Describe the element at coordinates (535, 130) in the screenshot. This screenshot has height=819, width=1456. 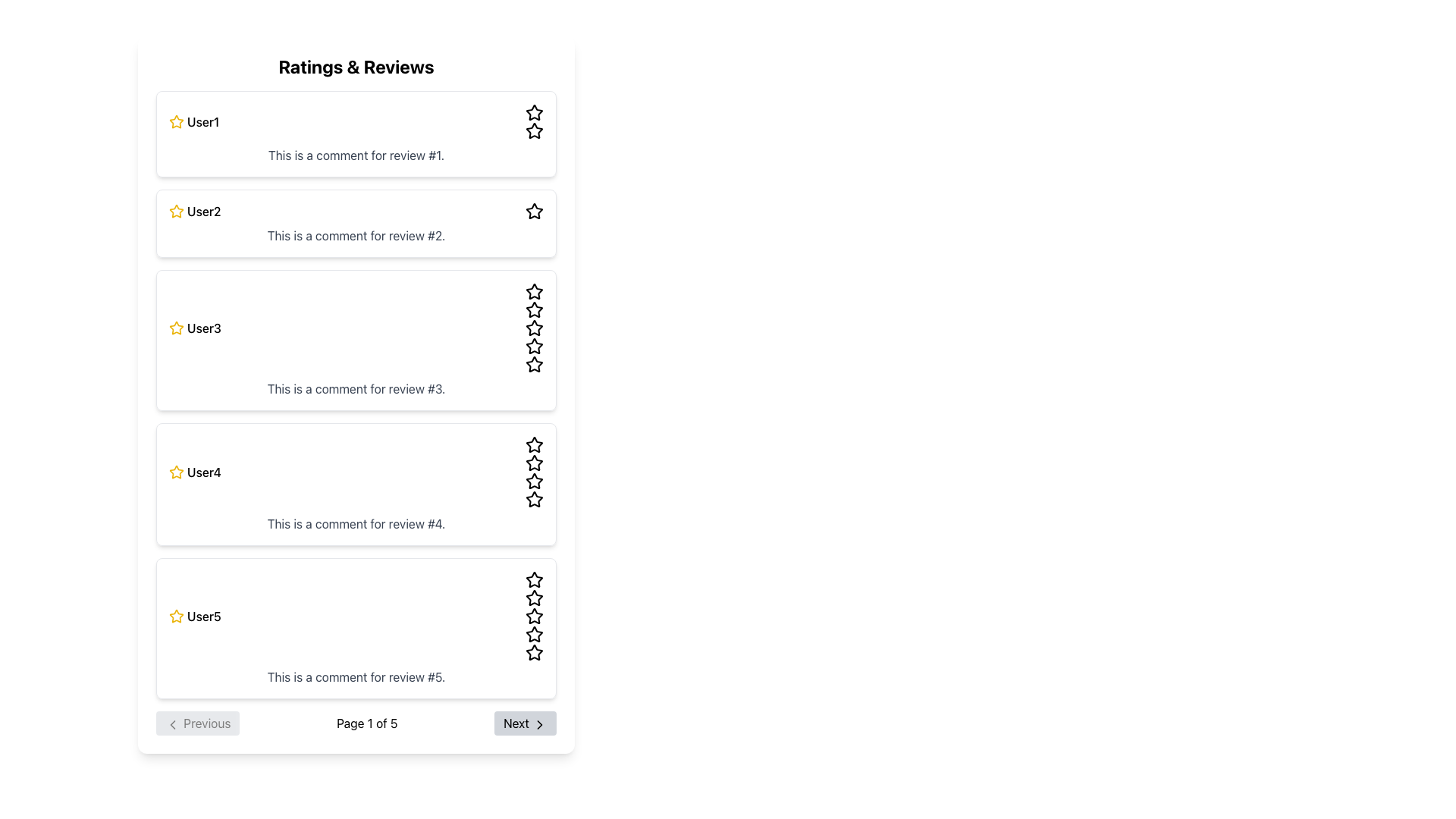
I see `the outline star icon in the top-right corner of User1's card` at that location.